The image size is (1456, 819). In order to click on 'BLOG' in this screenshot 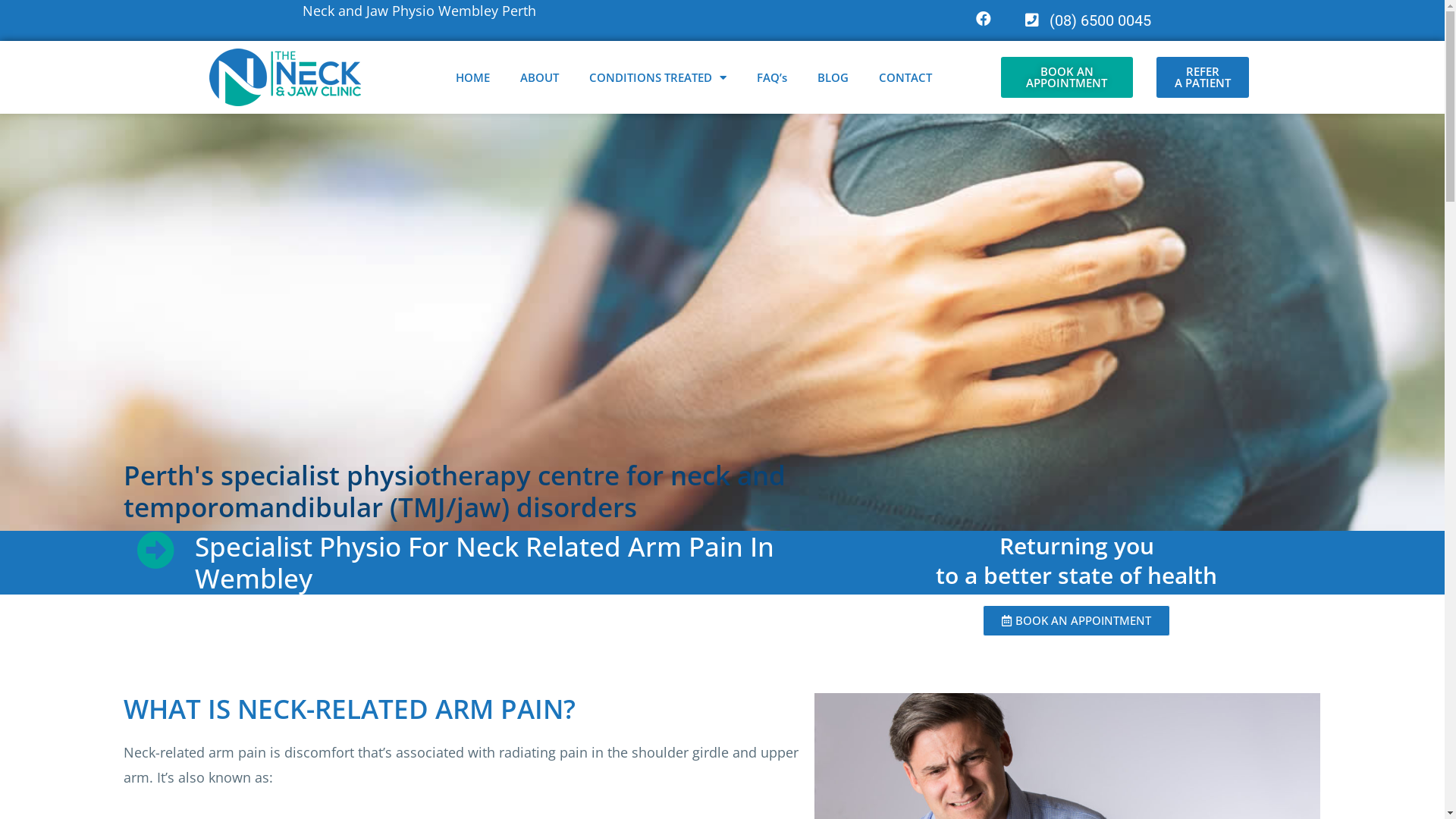, I will do `click(832, 77)`.